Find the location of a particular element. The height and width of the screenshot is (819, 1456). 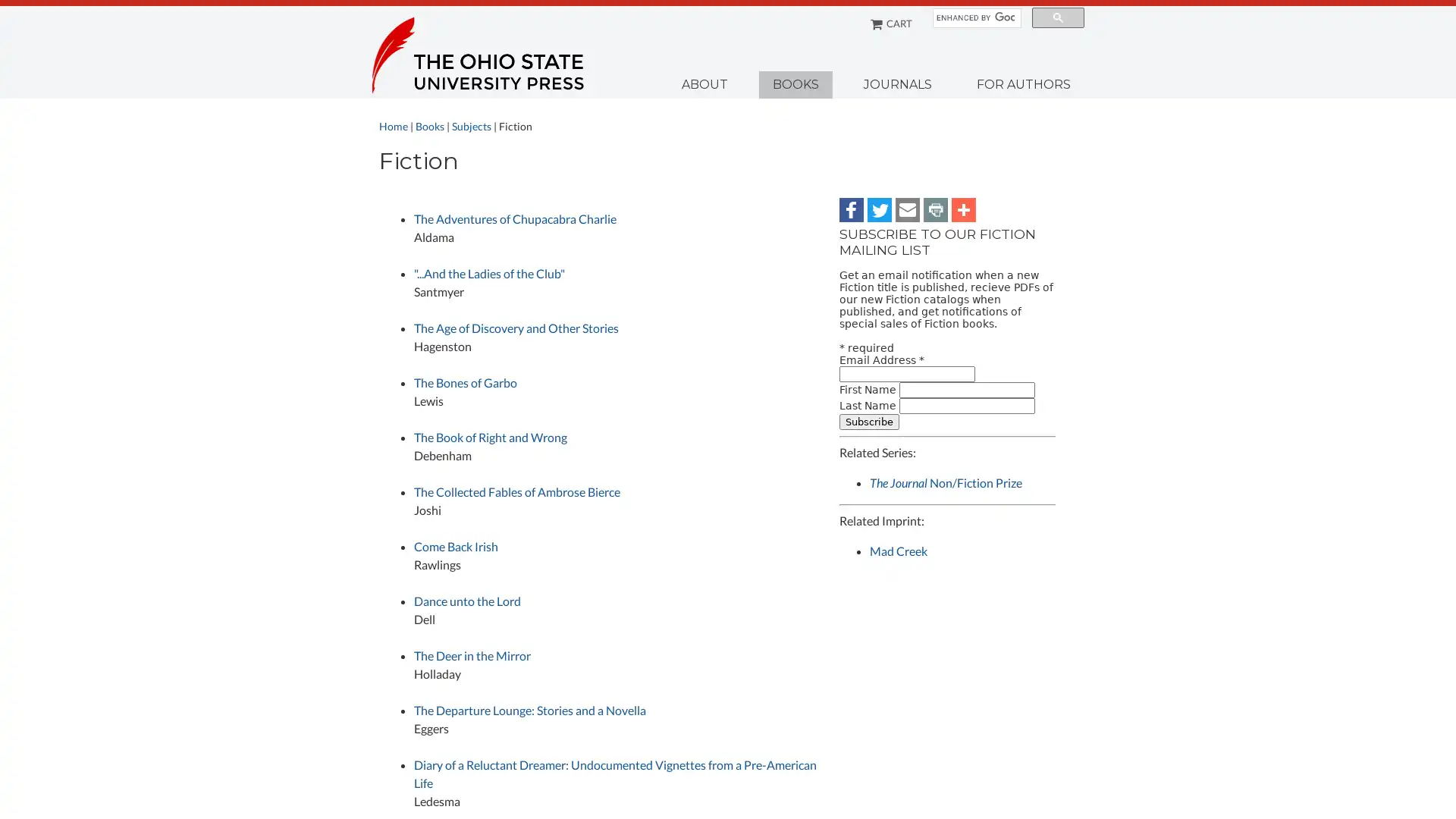

Share to More is located at coordinates (963, 209).